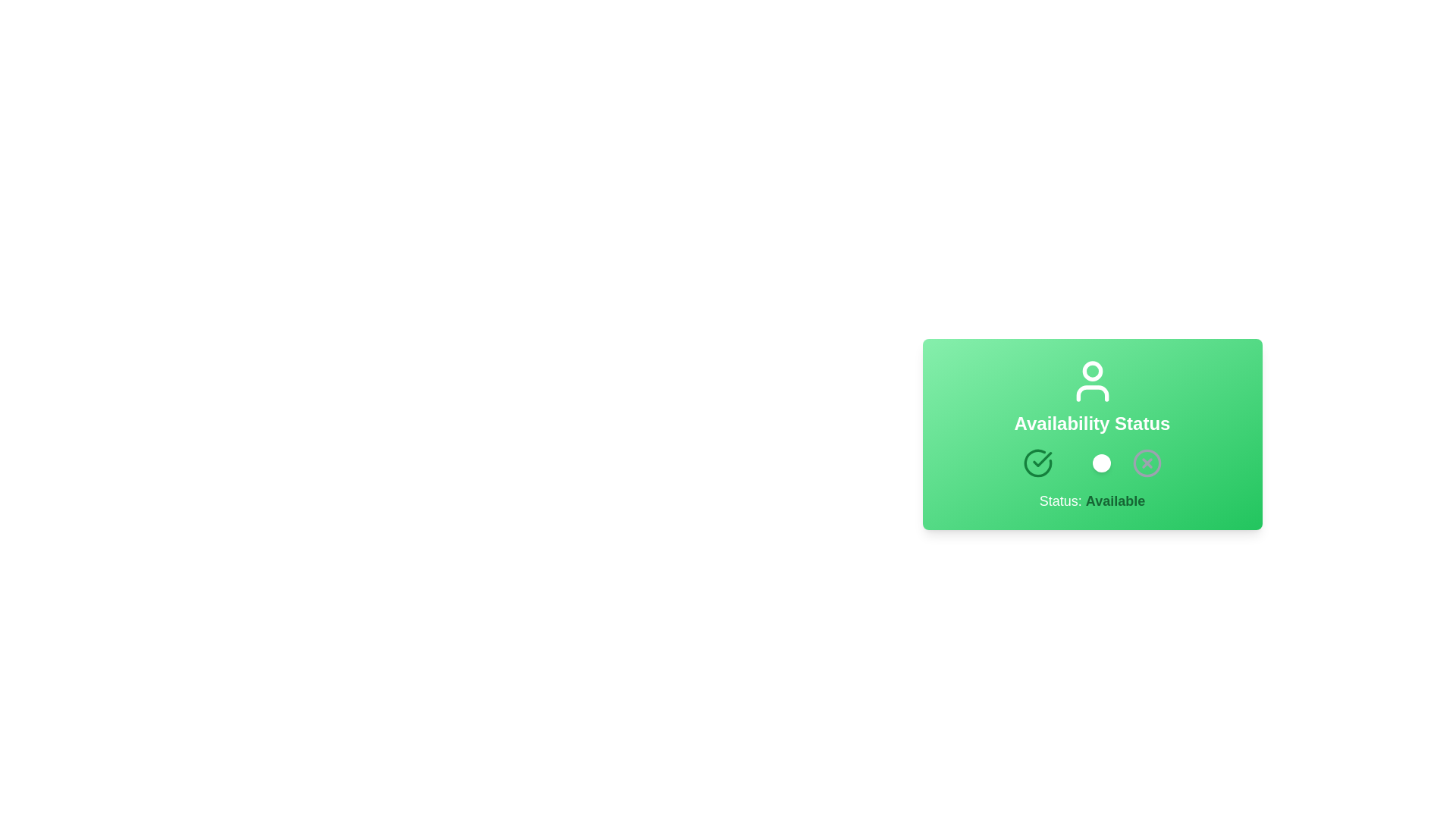  I want to click on the toggle switch, which is a horizontally placed element with a green background and a circular white knob to the right, so click(1092, 462).